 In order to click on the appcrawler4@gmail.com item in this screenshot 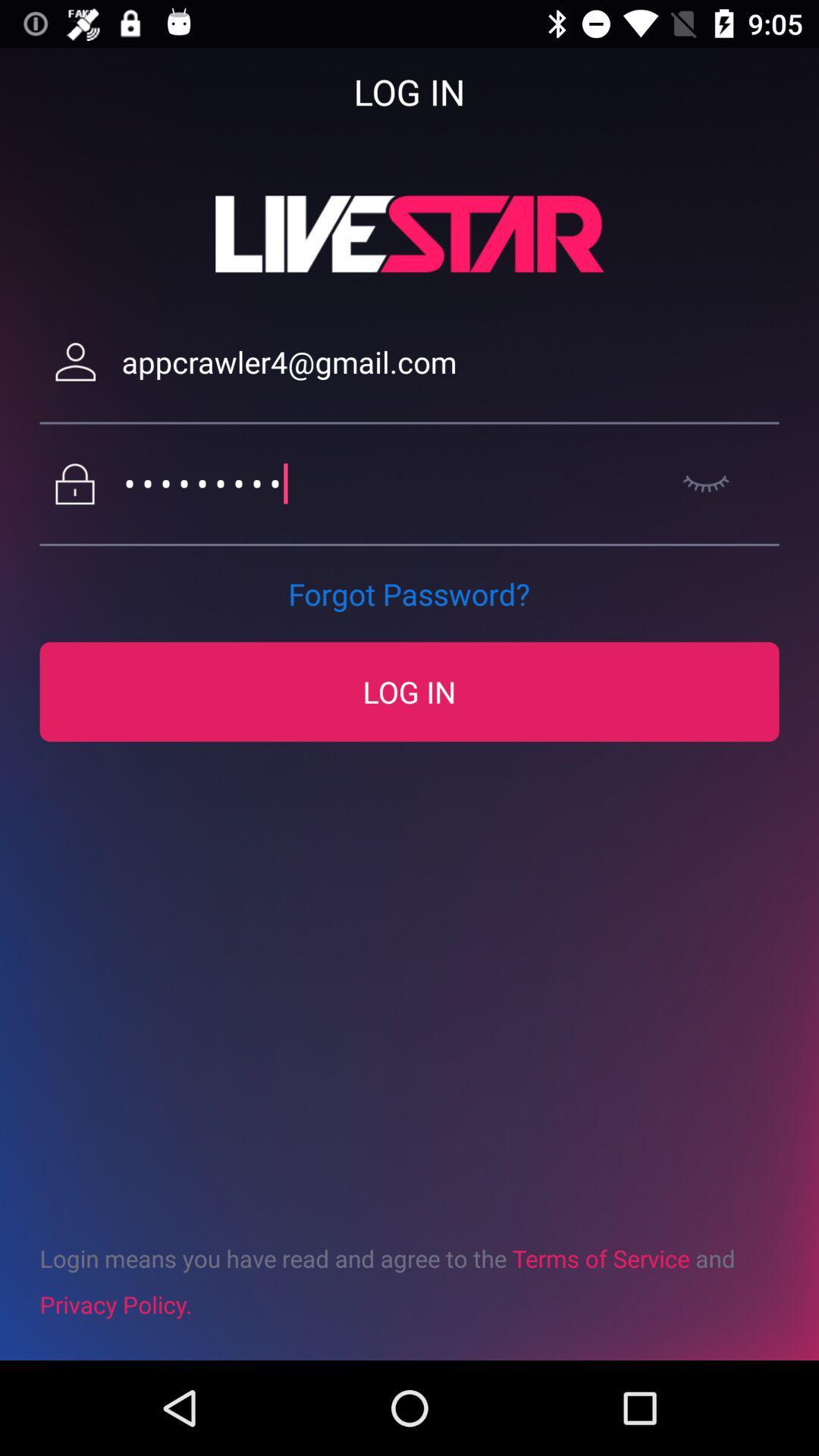, I will do `click(450, 361)`.